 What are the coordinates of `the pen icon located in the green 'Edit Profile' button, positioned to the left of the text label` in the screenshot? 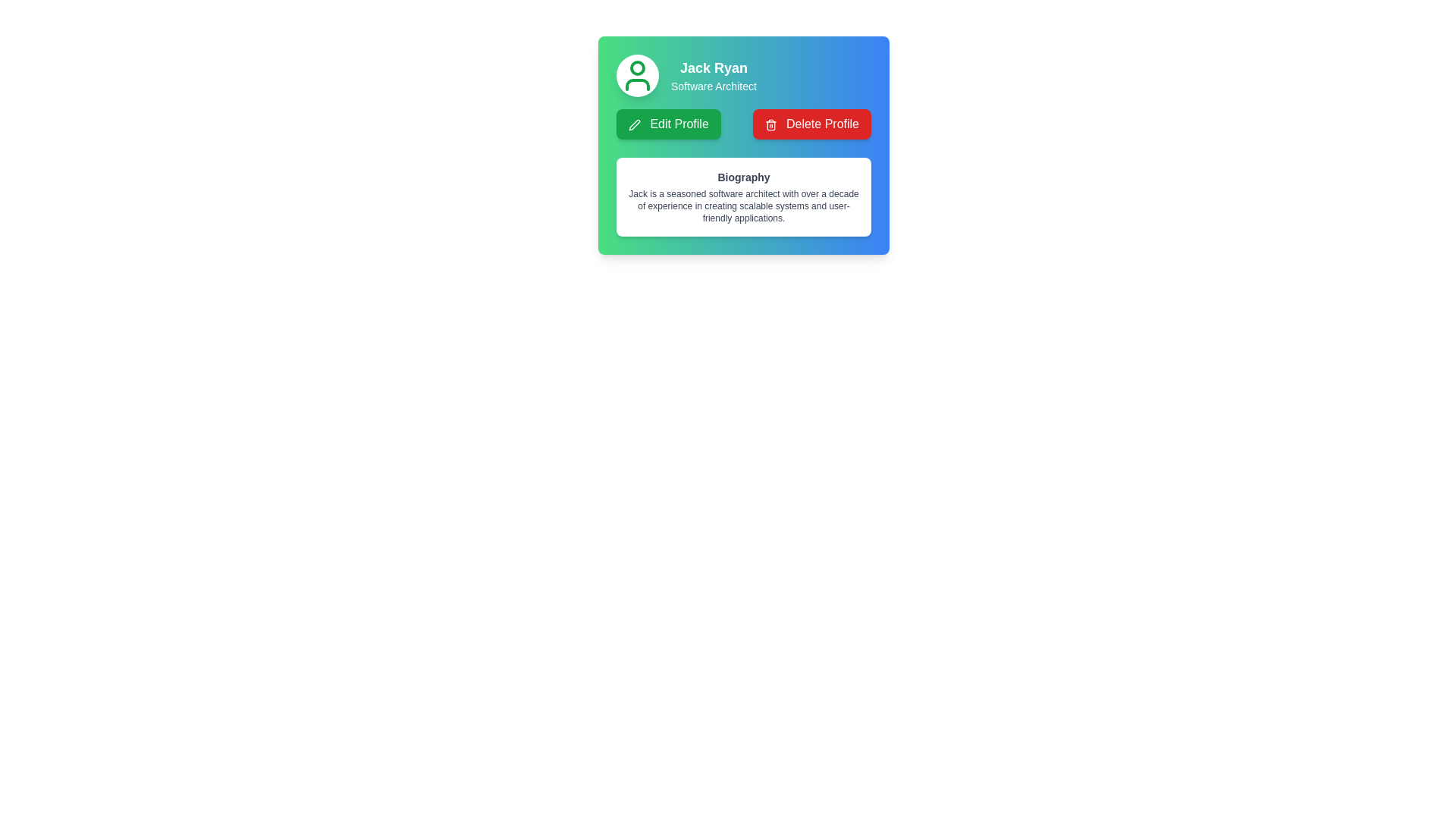 It's located at (634, 124).